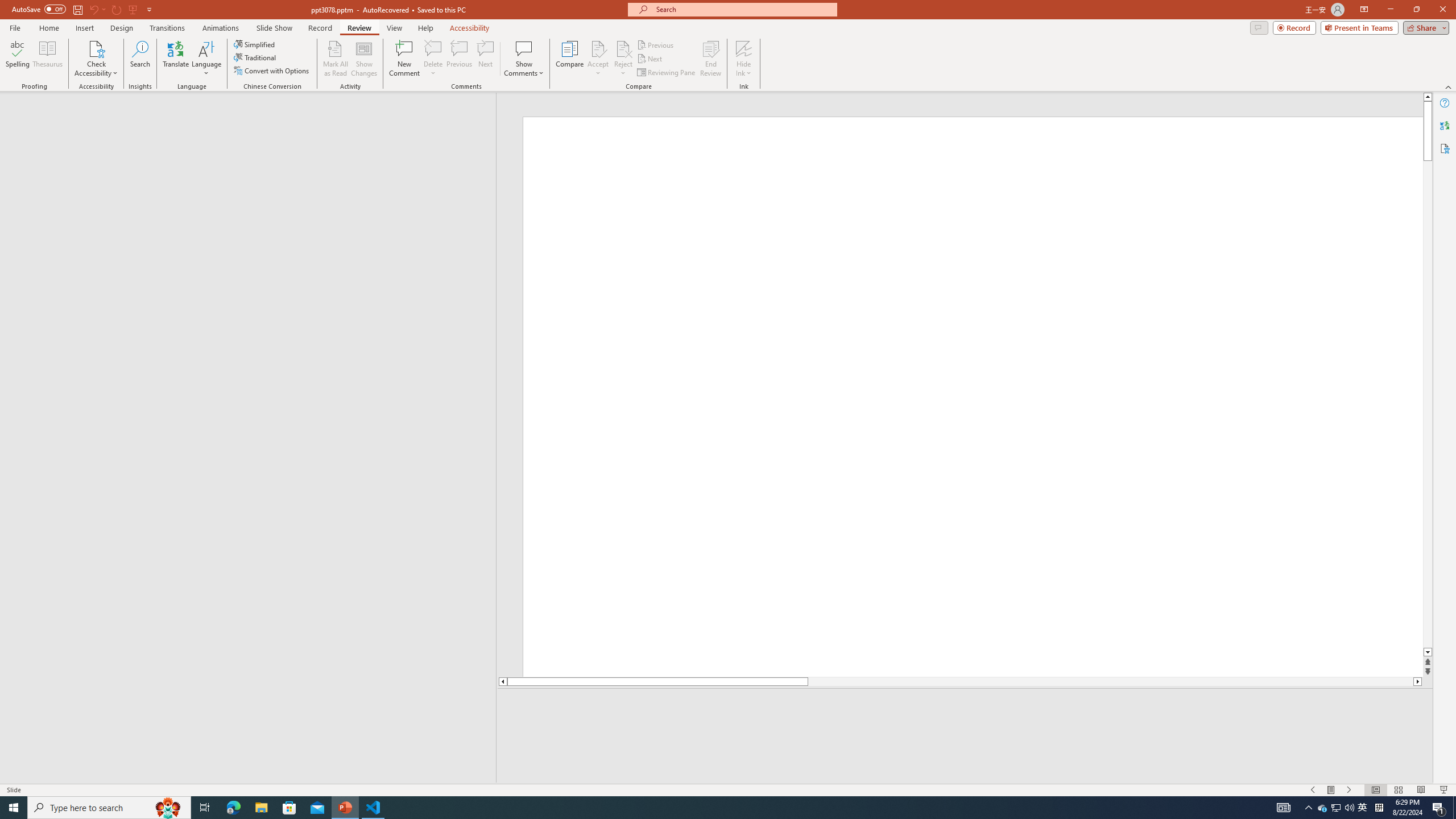  What do you see at coordinates (744, 59) in the screenshot?
I see `'Hide Ink'` at bounding box center [744, 59].